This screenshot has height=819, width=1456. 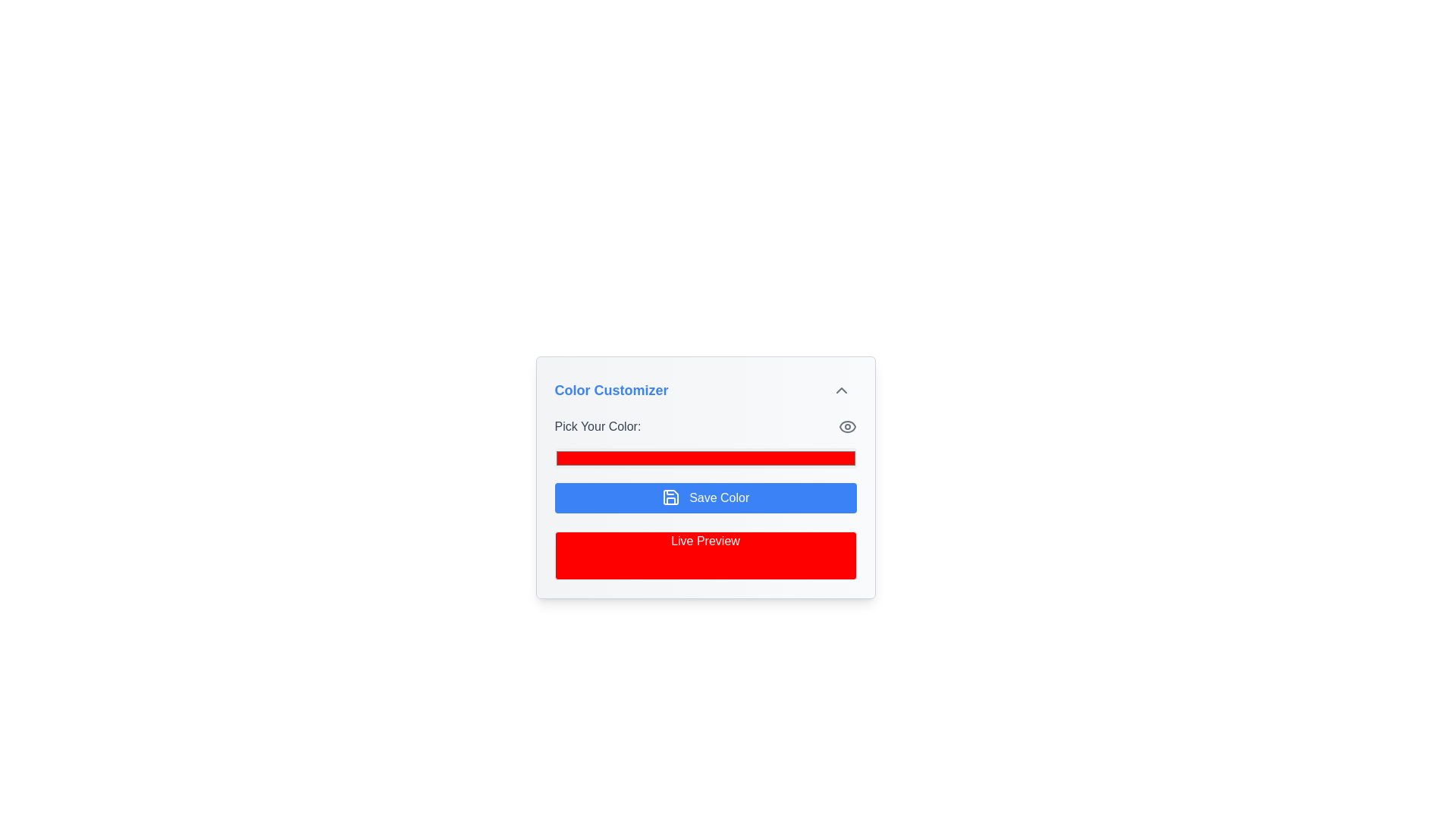 What do you see at coordinates (846, 427) in the screenshot?
I see `the Eye icon located at the top-right corner of the color customization section` at bounding box center [846, 427].